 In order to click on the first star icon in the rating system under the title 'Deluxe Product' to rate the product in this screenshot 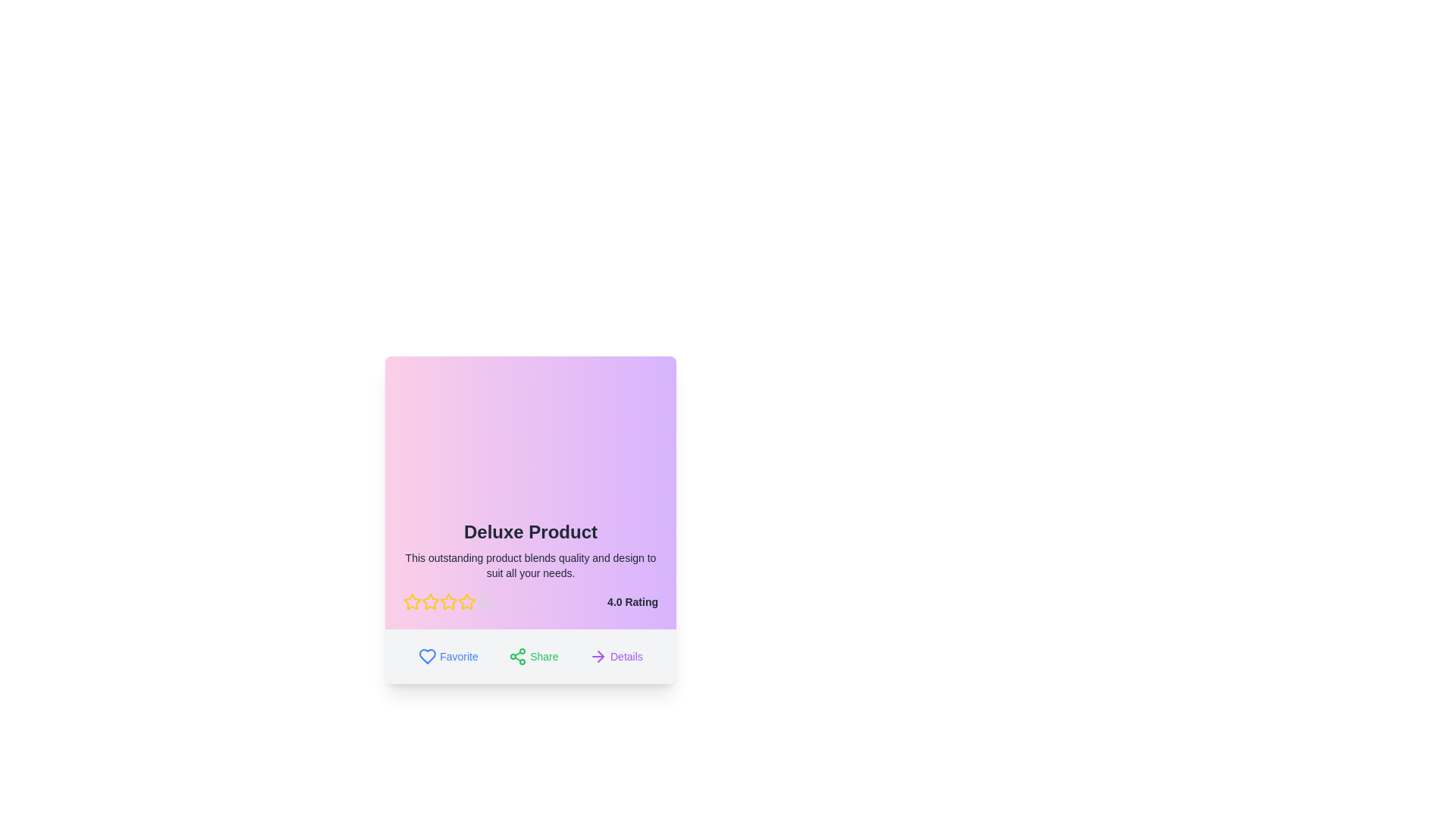, I will do `click(412, 601)`.